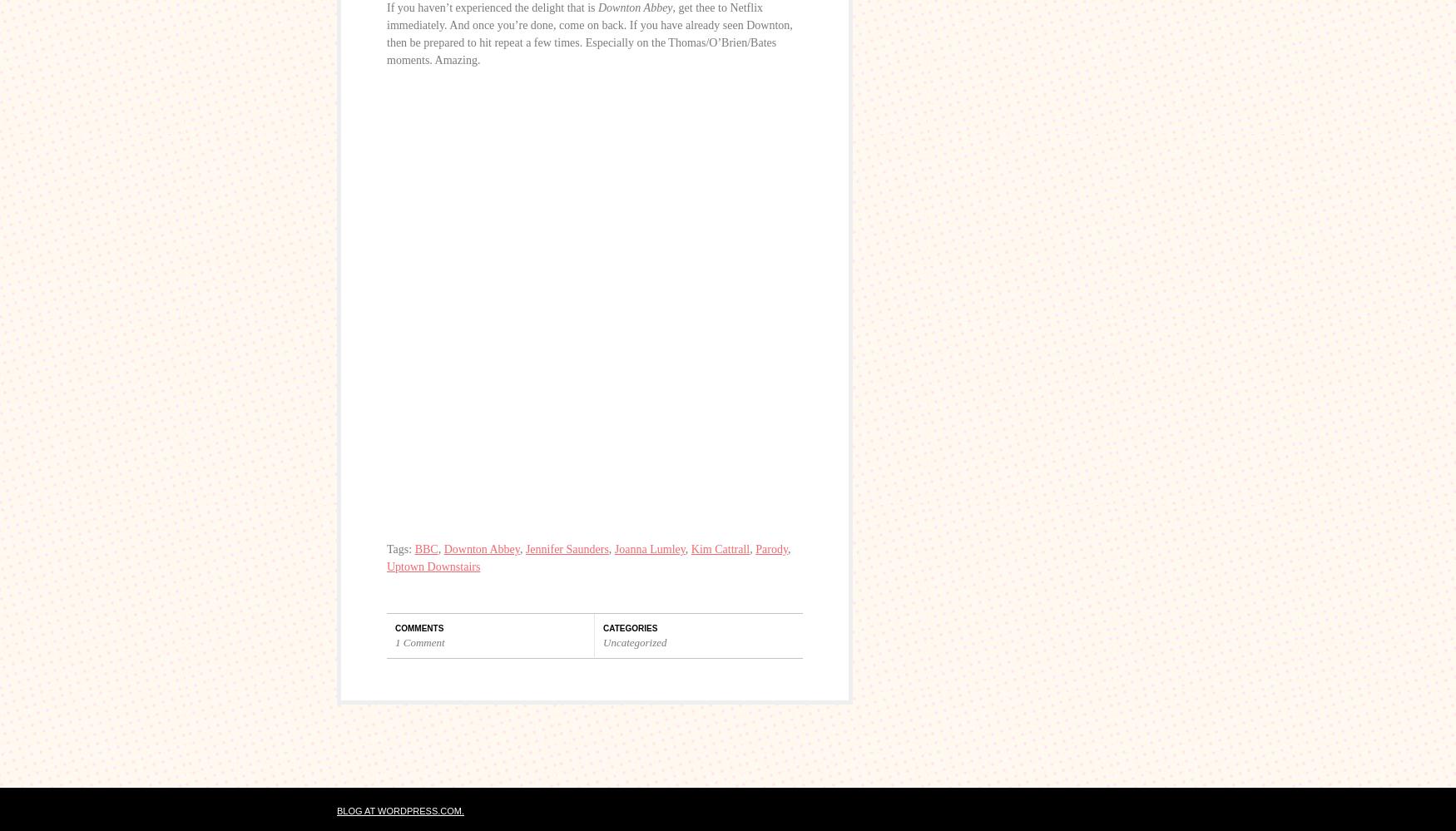  What do you see at coordinates (432, 566) in the screenshot?
I see `'Uptown Downstairs'` at bounding box center [432, 566].